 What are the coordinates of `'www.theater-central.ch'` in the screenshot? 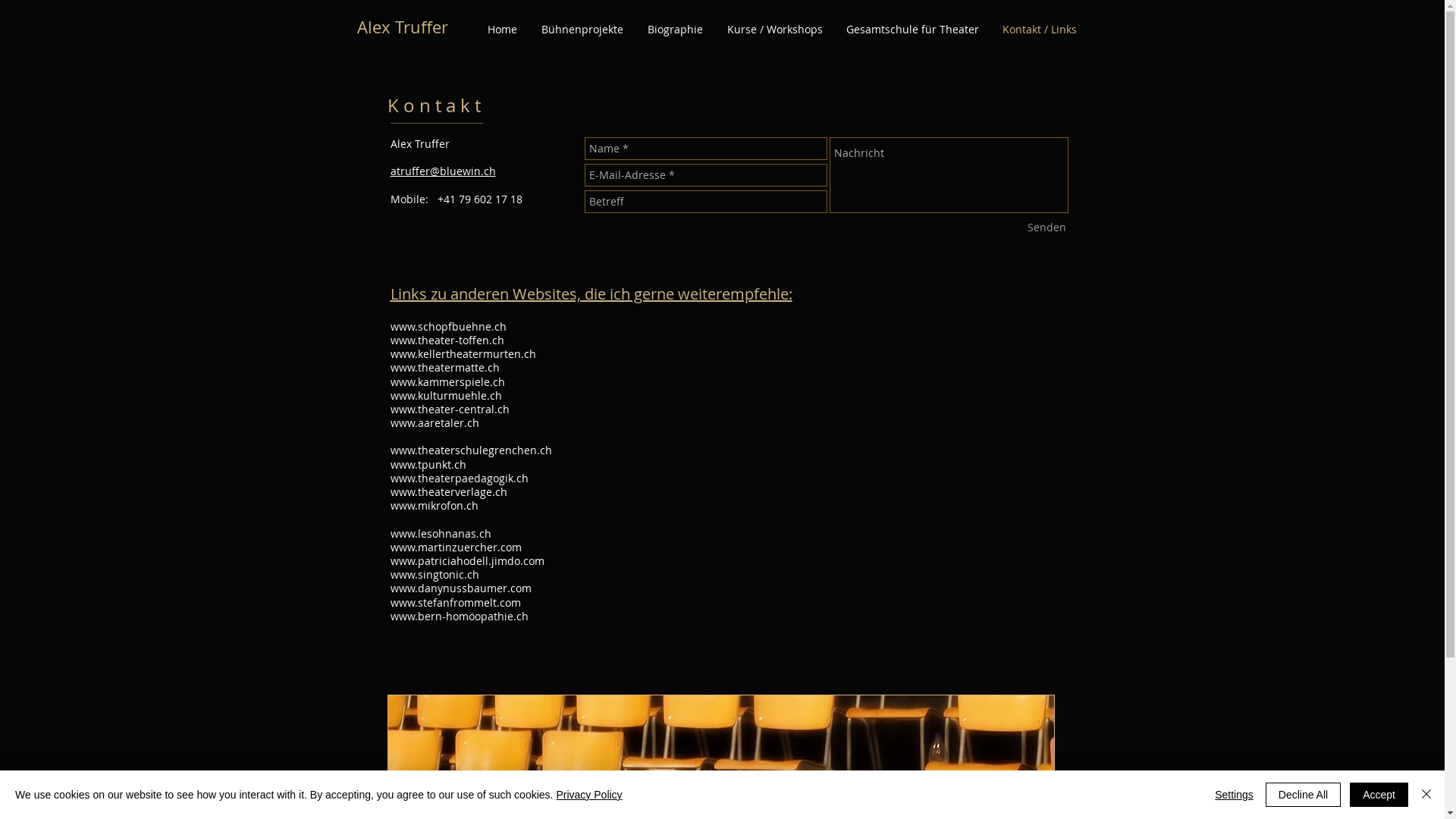 It's located at (448, 408).